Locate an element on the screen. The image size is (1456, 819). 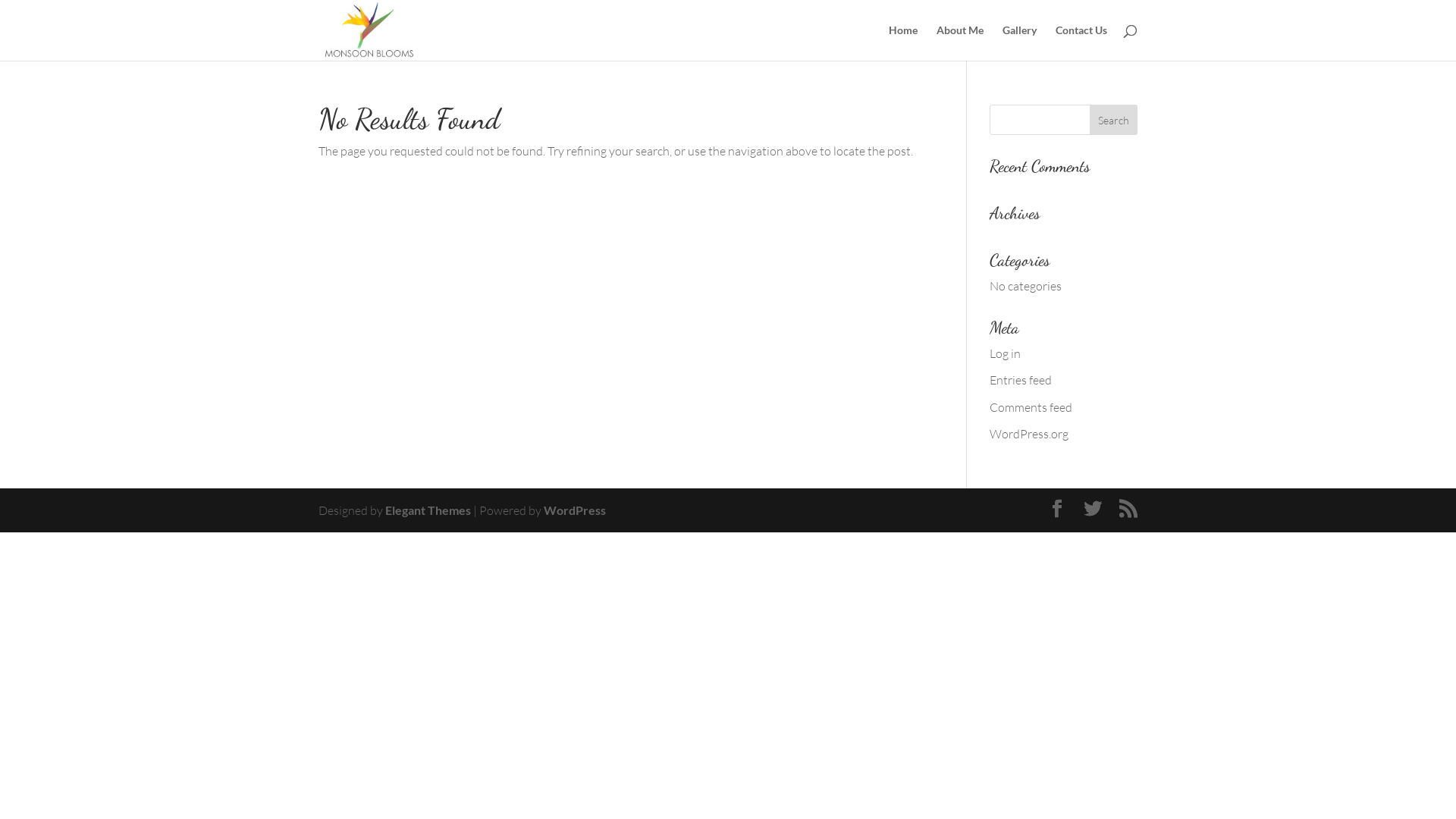
'WordPress' is located at coordinates (574, 510).